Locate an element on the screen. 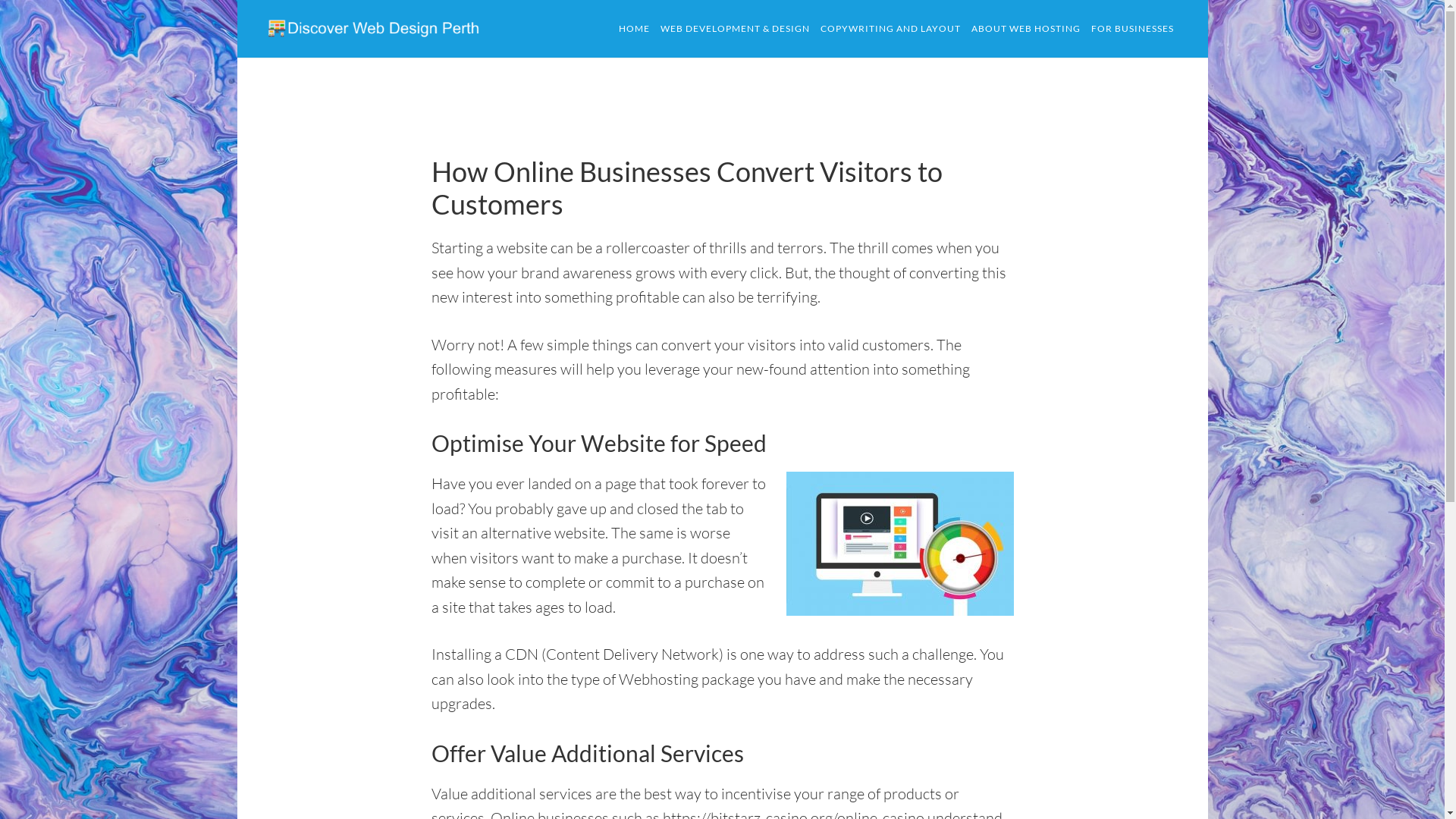  'ABOUT WEB HOSTING' is located at coordinates (1026, 29).